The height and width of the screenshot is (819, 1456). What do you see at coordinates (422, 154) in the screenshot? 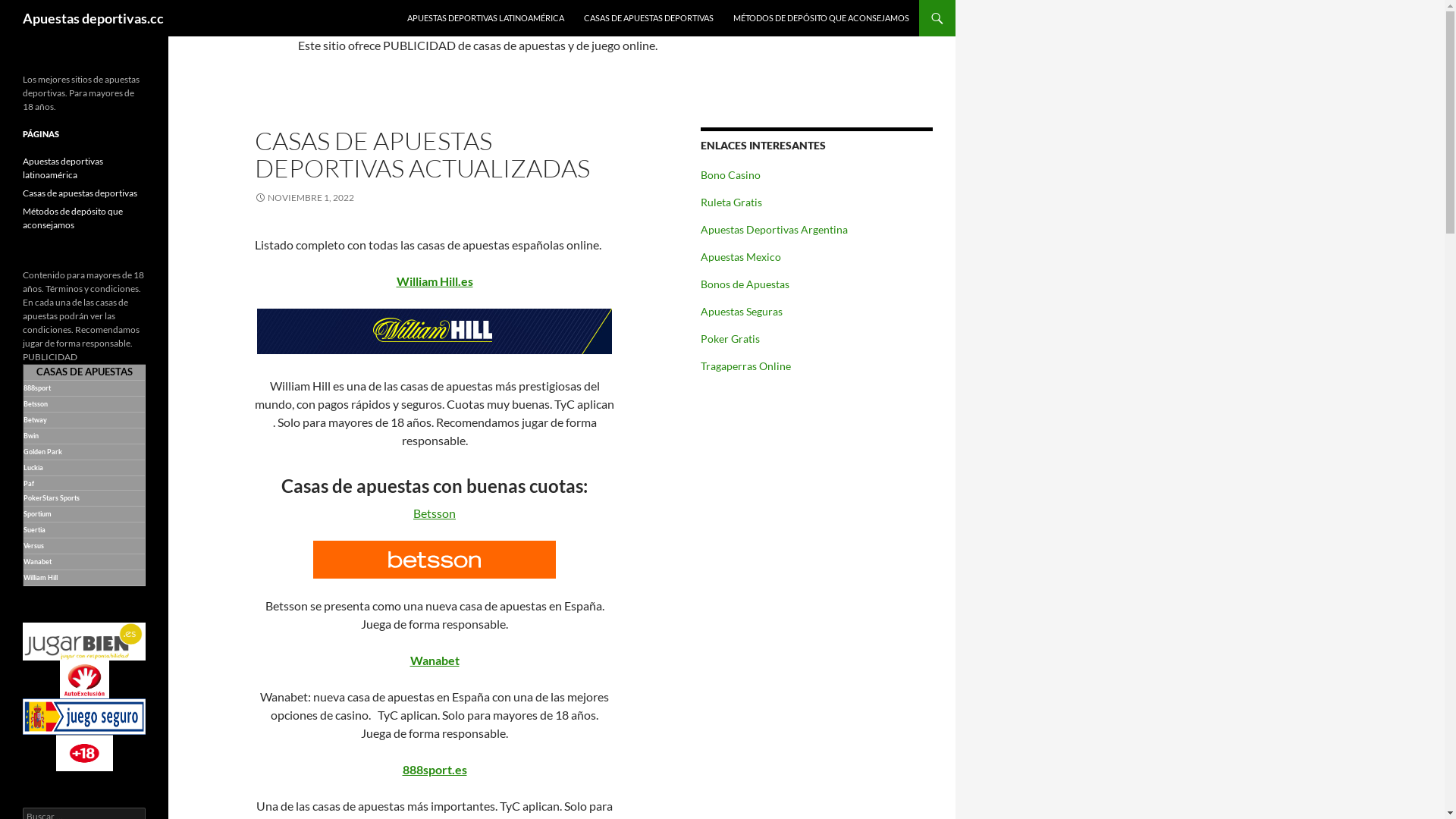
I see `'CASAS DE APUESTAS DEPORTIVAS ACTUALIZADAS'` at bounding box center [422, 154].